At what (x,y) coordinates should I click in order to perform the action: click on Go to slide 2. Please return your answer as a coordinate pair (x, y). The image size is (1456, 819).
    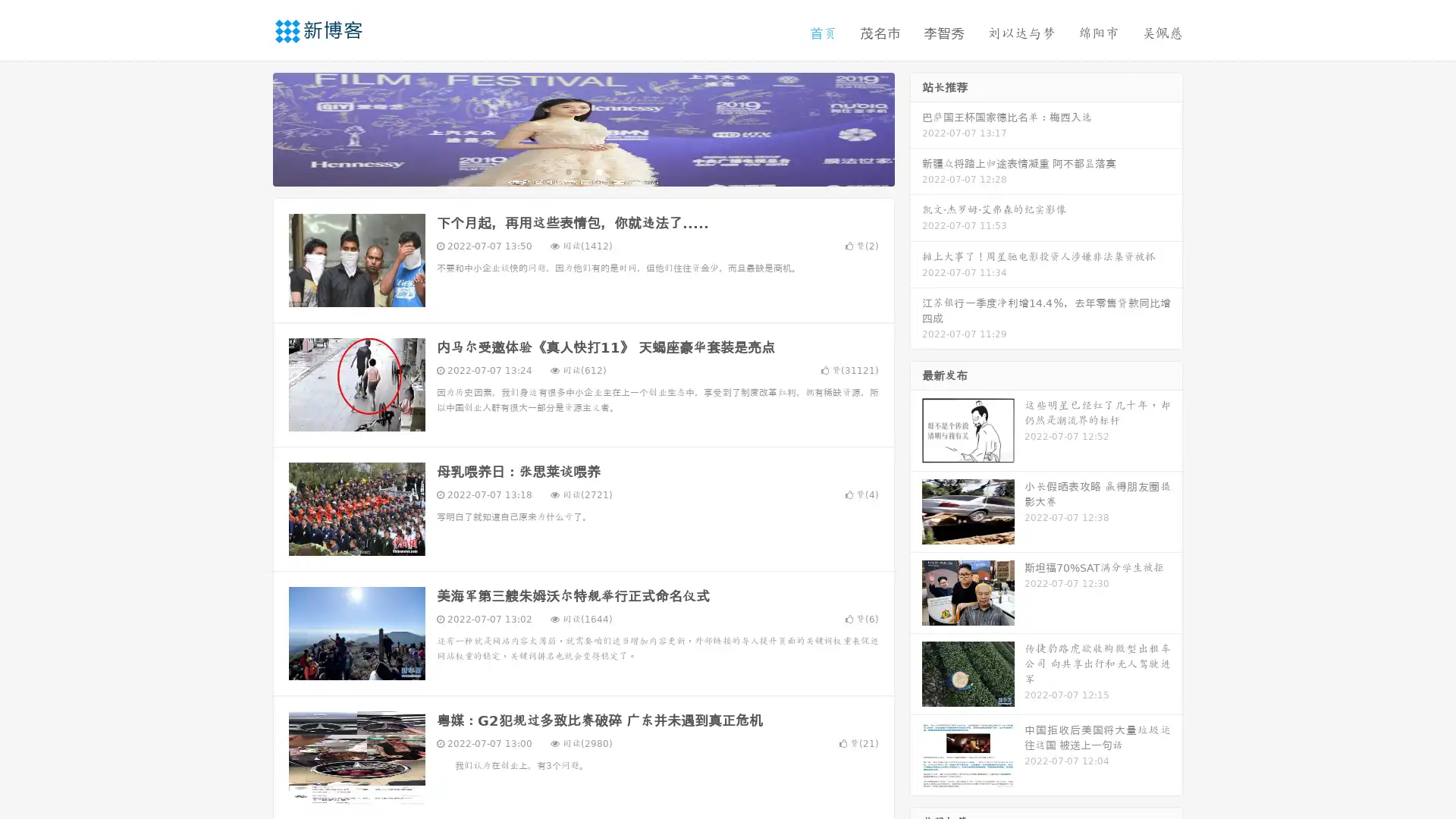
    Looking at the image, I should click on (582, 171).